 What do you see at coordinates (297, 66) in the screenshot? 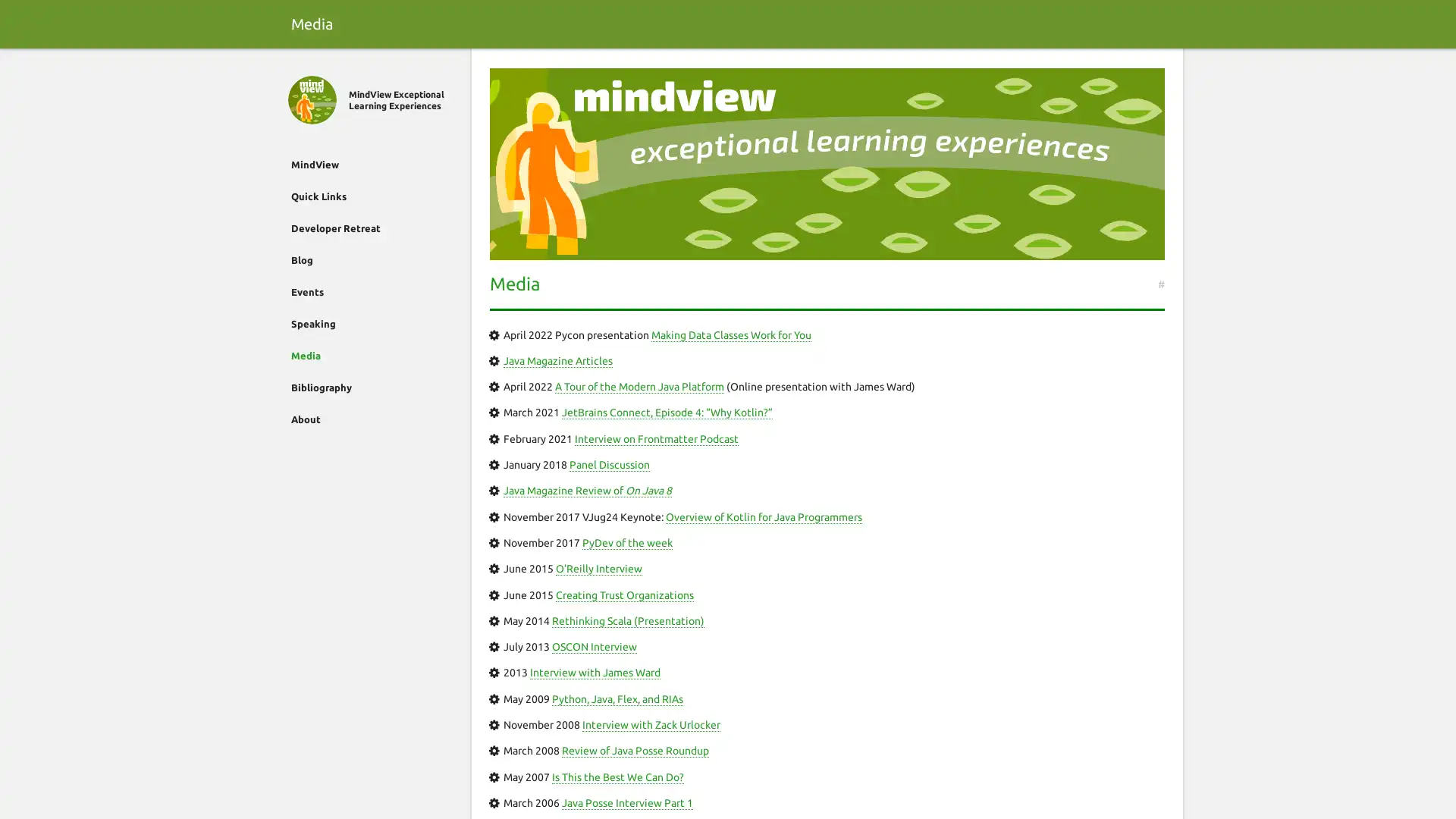
I see `Close` at bounding box center [297, 66].